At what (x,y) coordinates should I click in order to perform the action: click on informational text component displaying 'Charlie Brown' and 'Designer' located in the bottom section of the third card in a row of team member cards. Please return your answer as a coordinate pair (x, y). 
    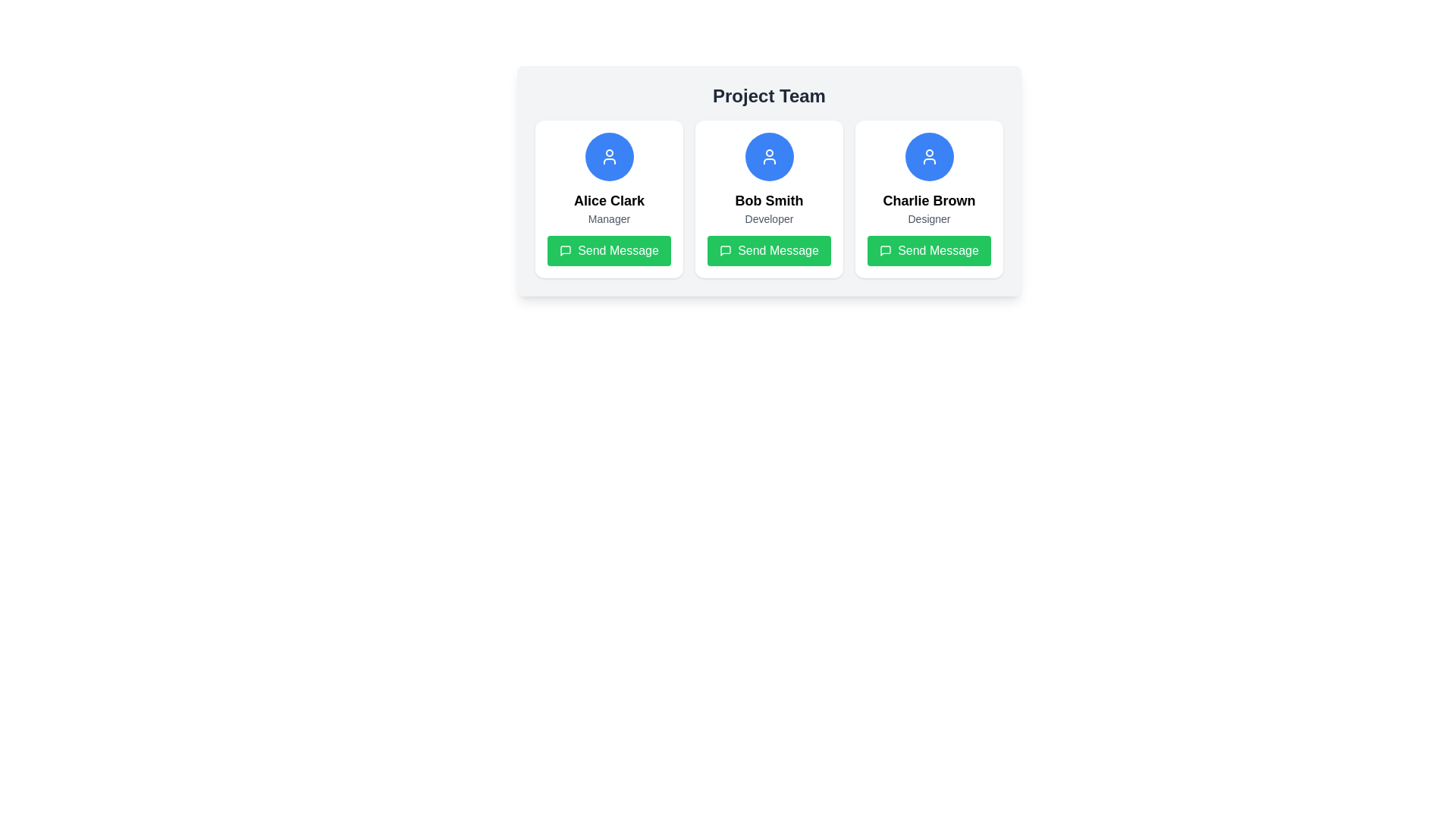
    Looking at the image, I should click on (928, 208).